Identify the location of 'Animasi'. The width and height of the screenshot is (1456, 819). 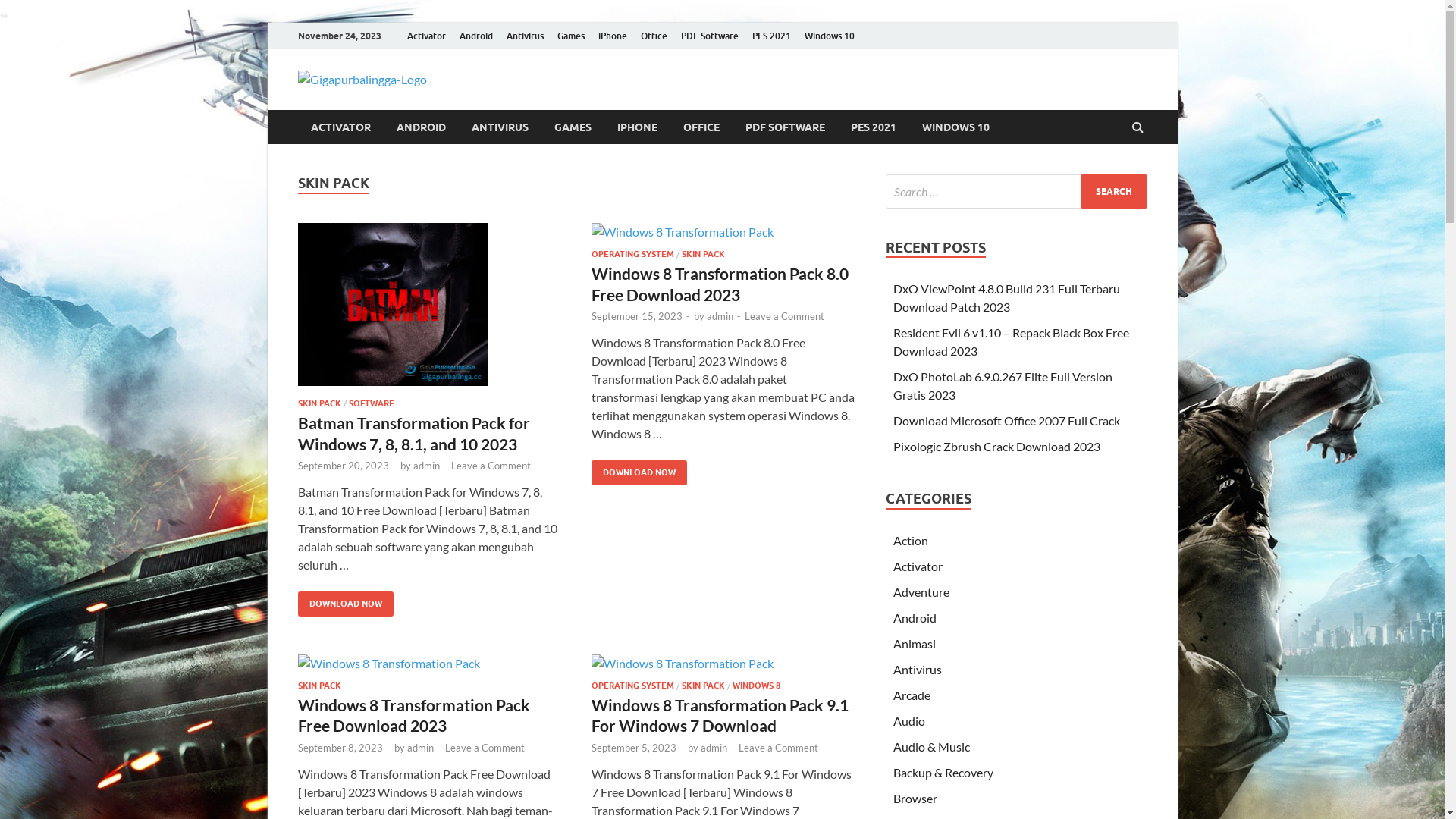
(913, 643).